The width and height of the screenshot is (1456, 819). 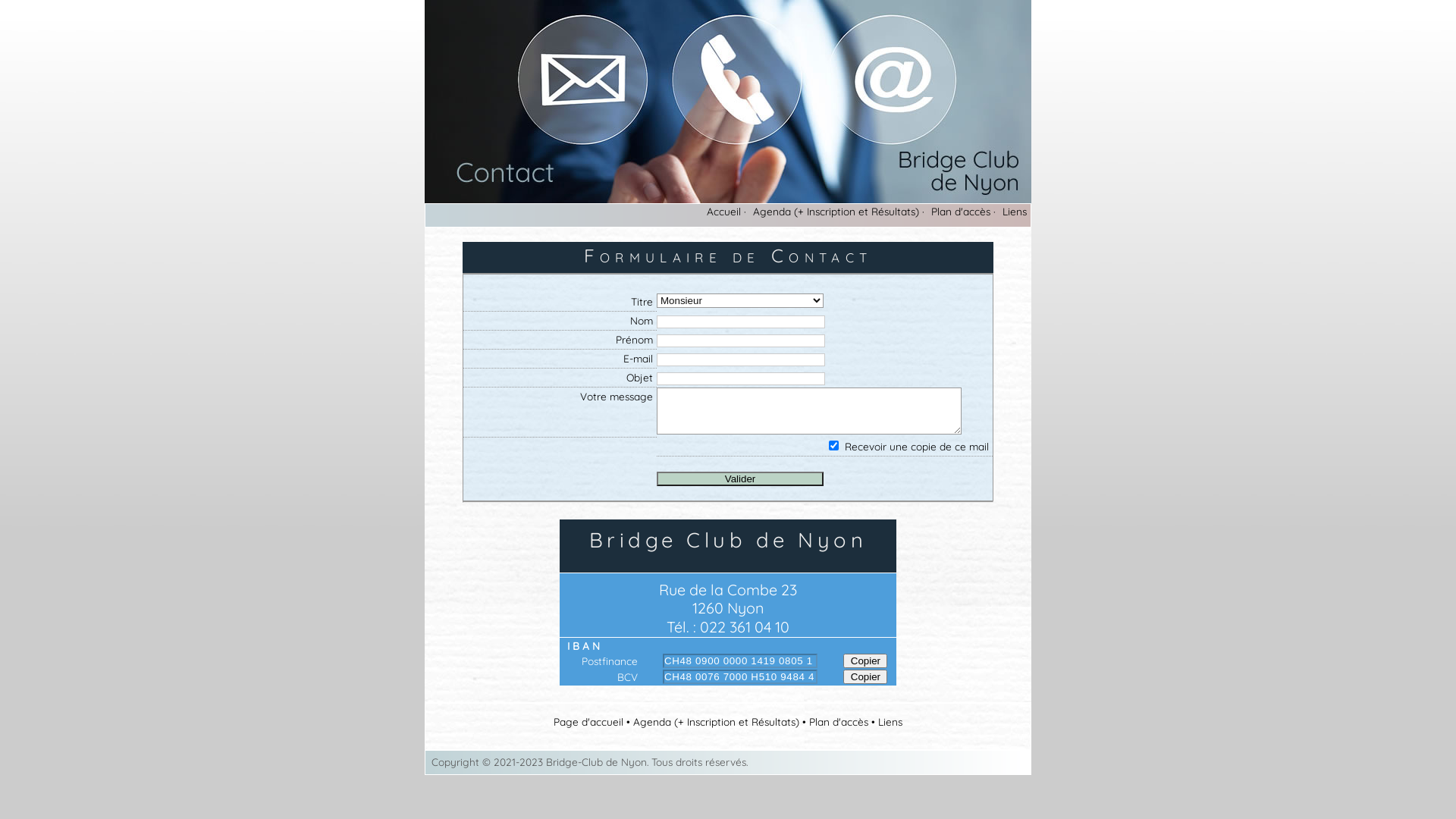 What do you see at coordinates (739, 479) in the screenshot?
I see `'Valider'` at bounding box center [739, 479].